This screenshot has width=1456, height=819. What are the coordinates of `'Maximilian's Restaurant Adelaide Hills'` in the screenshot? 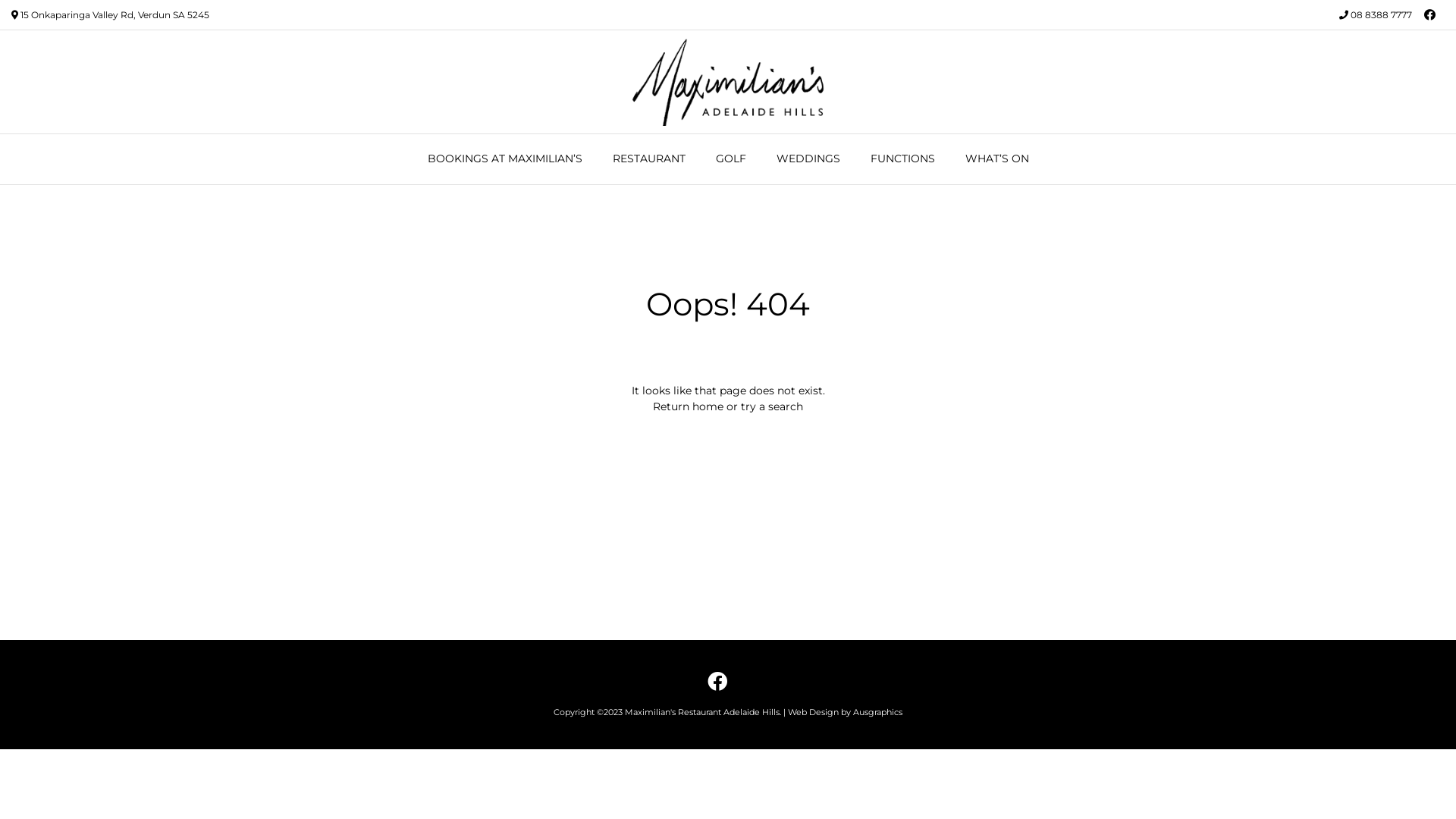 It's located at (625, 711).